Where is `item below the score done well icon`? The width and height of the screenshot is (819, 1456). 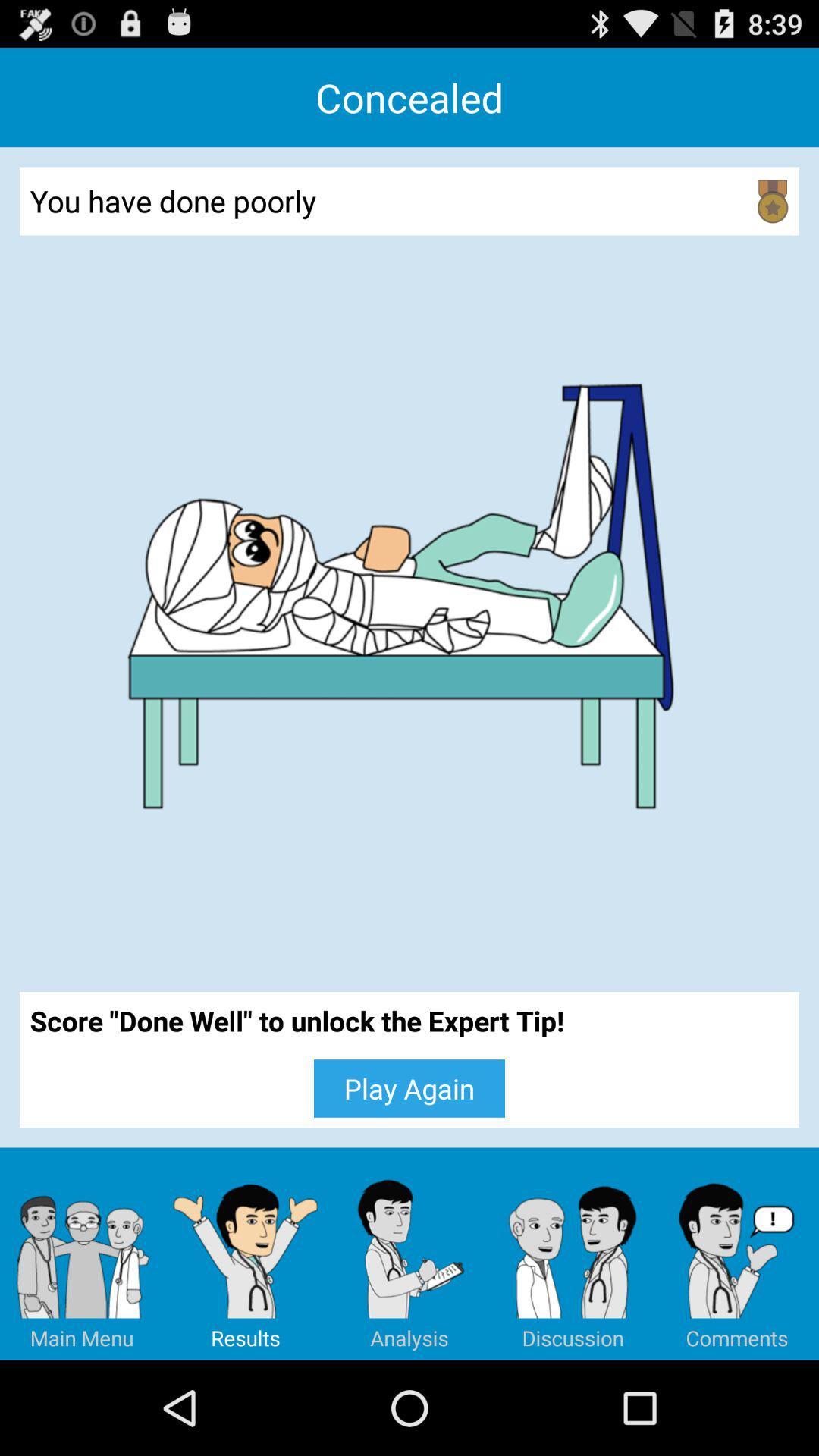 item below the score done well icon is located at coordinates (736, 1254).